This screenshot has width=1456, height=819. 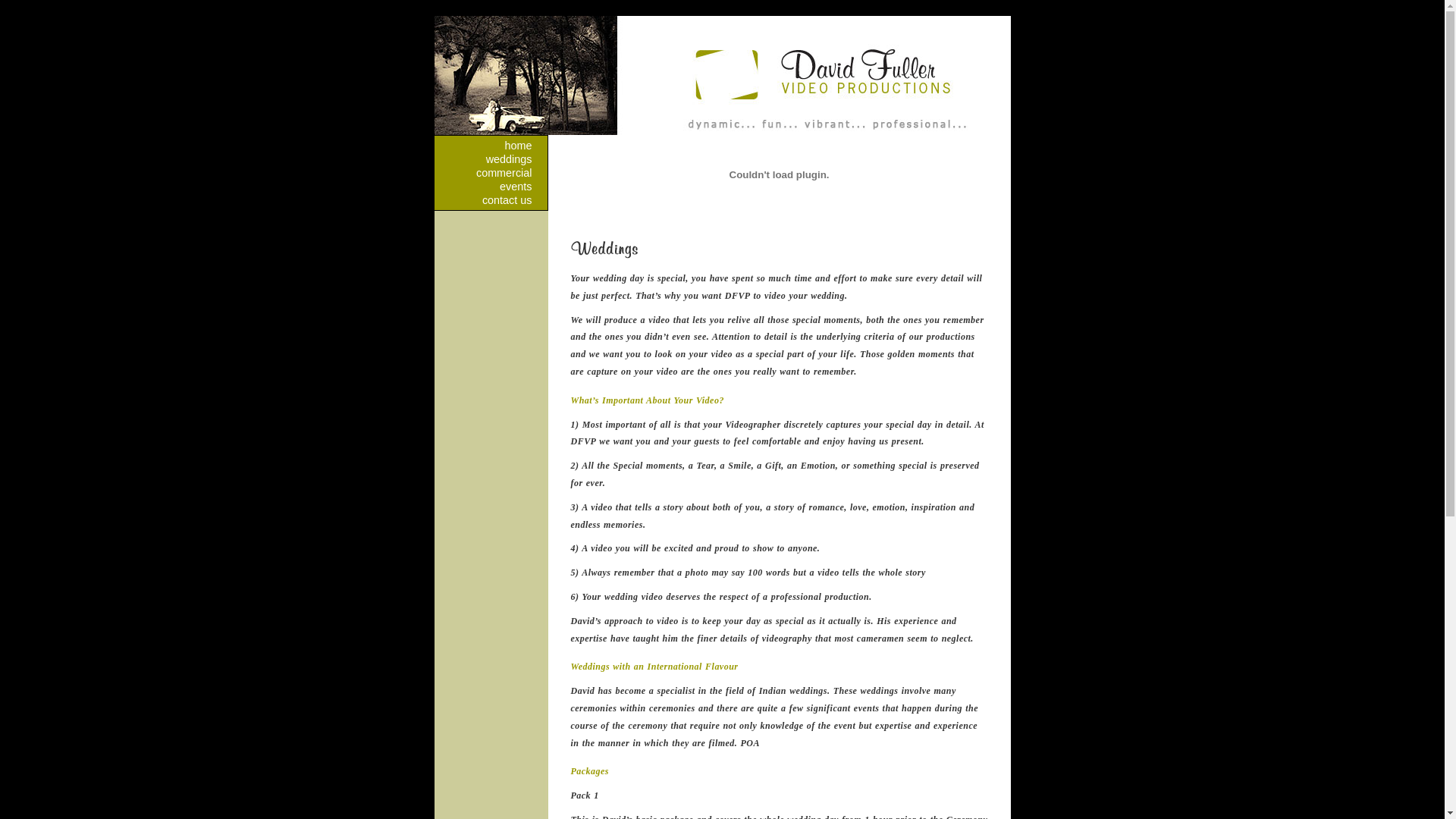 What do you see at coordinates (490, 199) in the screenshot?
I see `'contact us'` at bounding box center [490, 199].